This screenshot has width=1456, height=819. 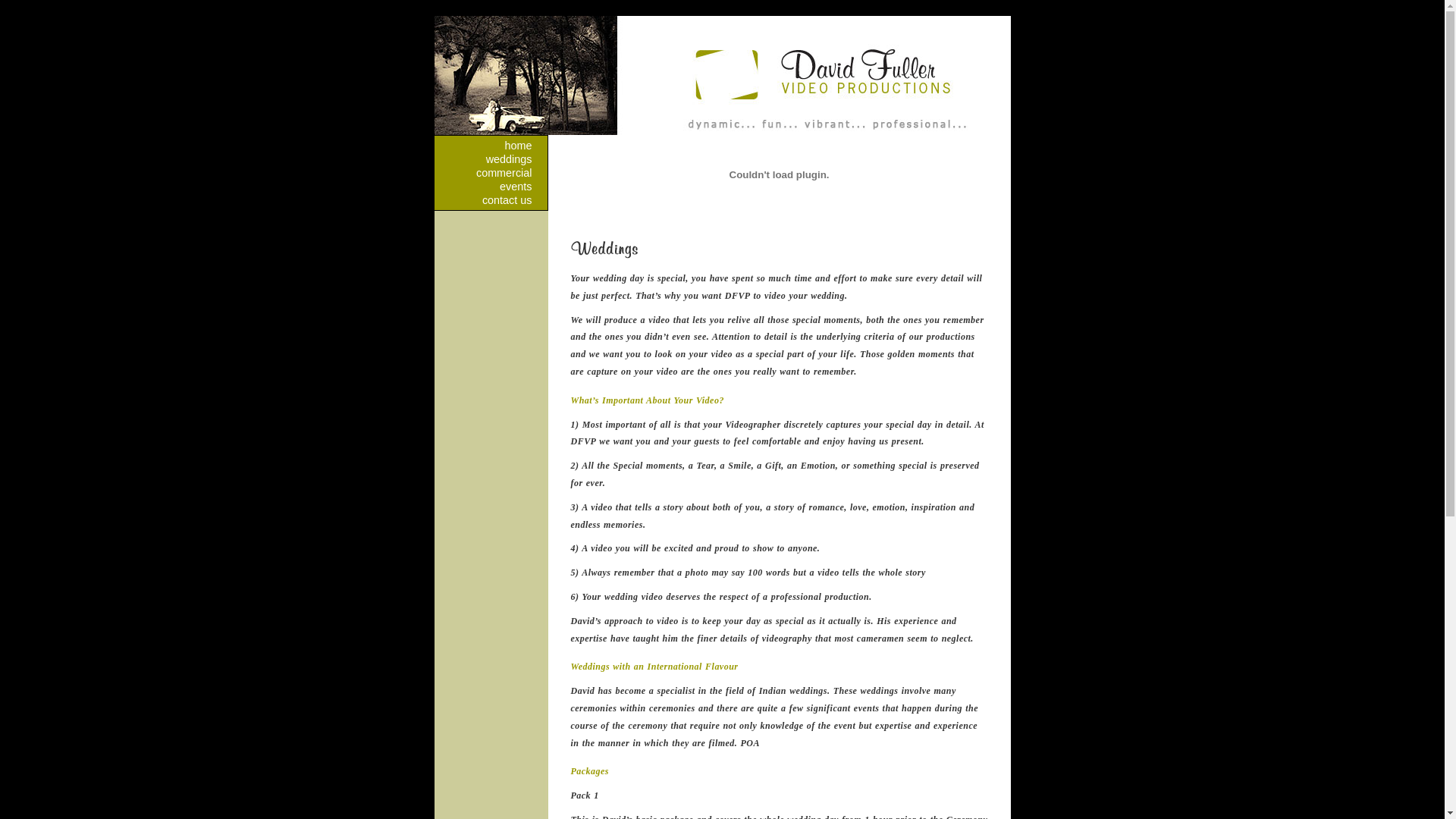 What do you see at coordinates (490, 199) in the screenshot?
I see `'contact us'` at bounding box center [490, 199].